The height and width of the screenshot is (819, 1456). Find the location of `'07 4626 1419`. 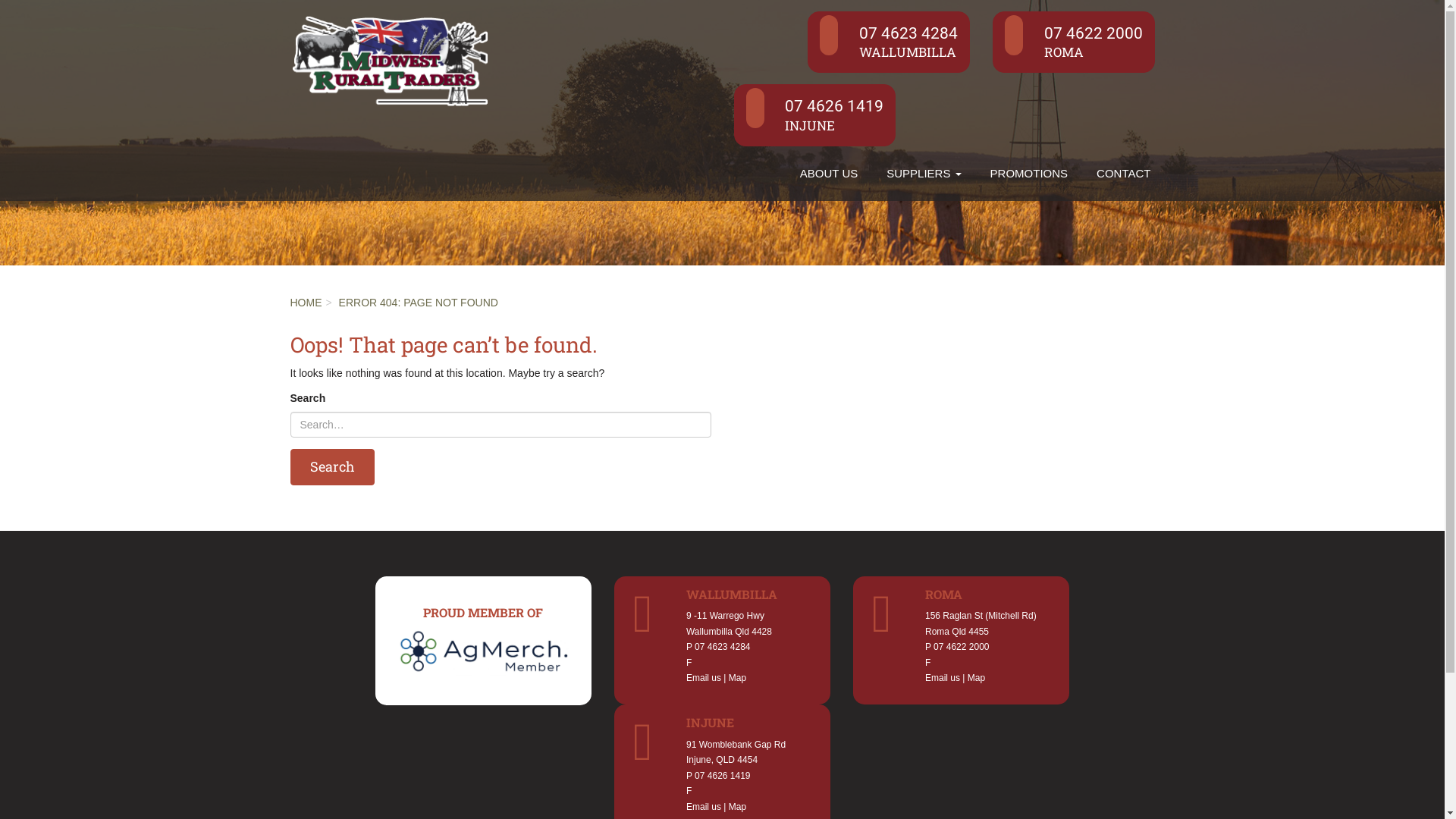

'07 4626 1419 is located at coordinates (814, 114).